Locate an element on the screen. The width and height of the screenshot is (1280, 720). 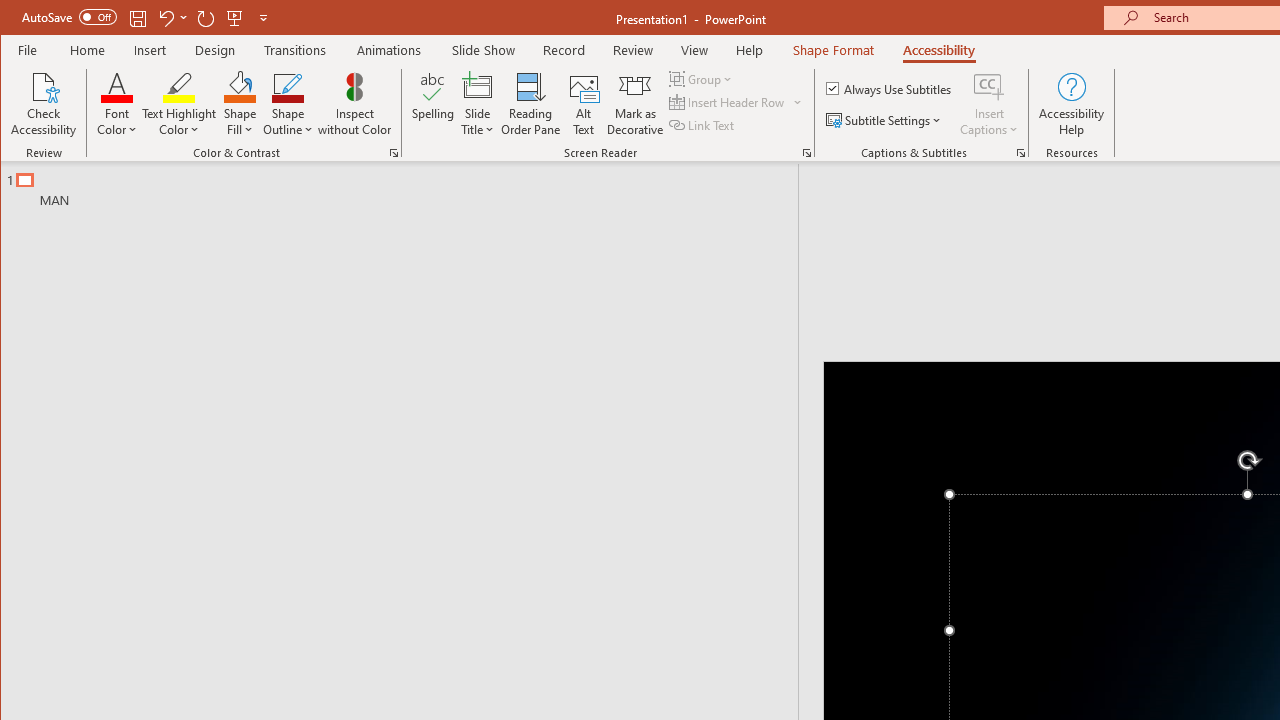
'Reading Order Pane' is located at coordinates (531, 104).